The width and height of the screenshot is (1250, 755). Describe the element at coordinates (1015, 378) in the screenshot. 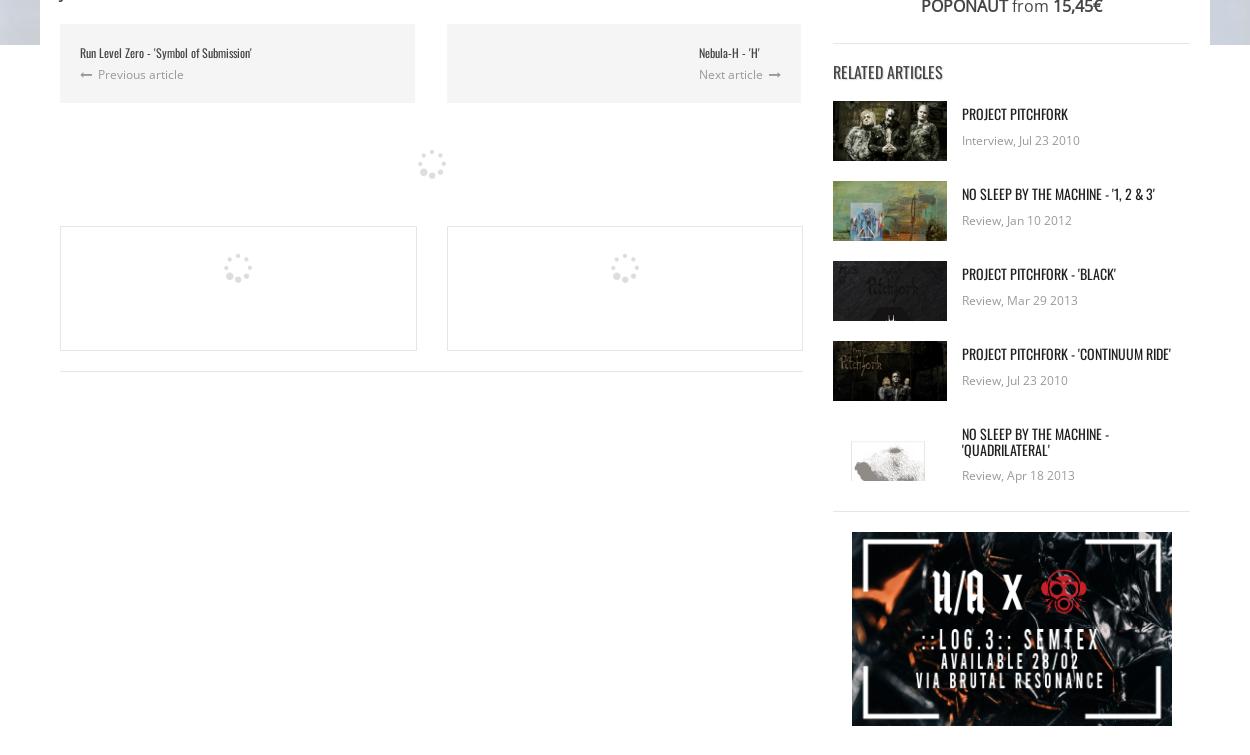

I see `'Review, Jul 23 2010'` at that location.